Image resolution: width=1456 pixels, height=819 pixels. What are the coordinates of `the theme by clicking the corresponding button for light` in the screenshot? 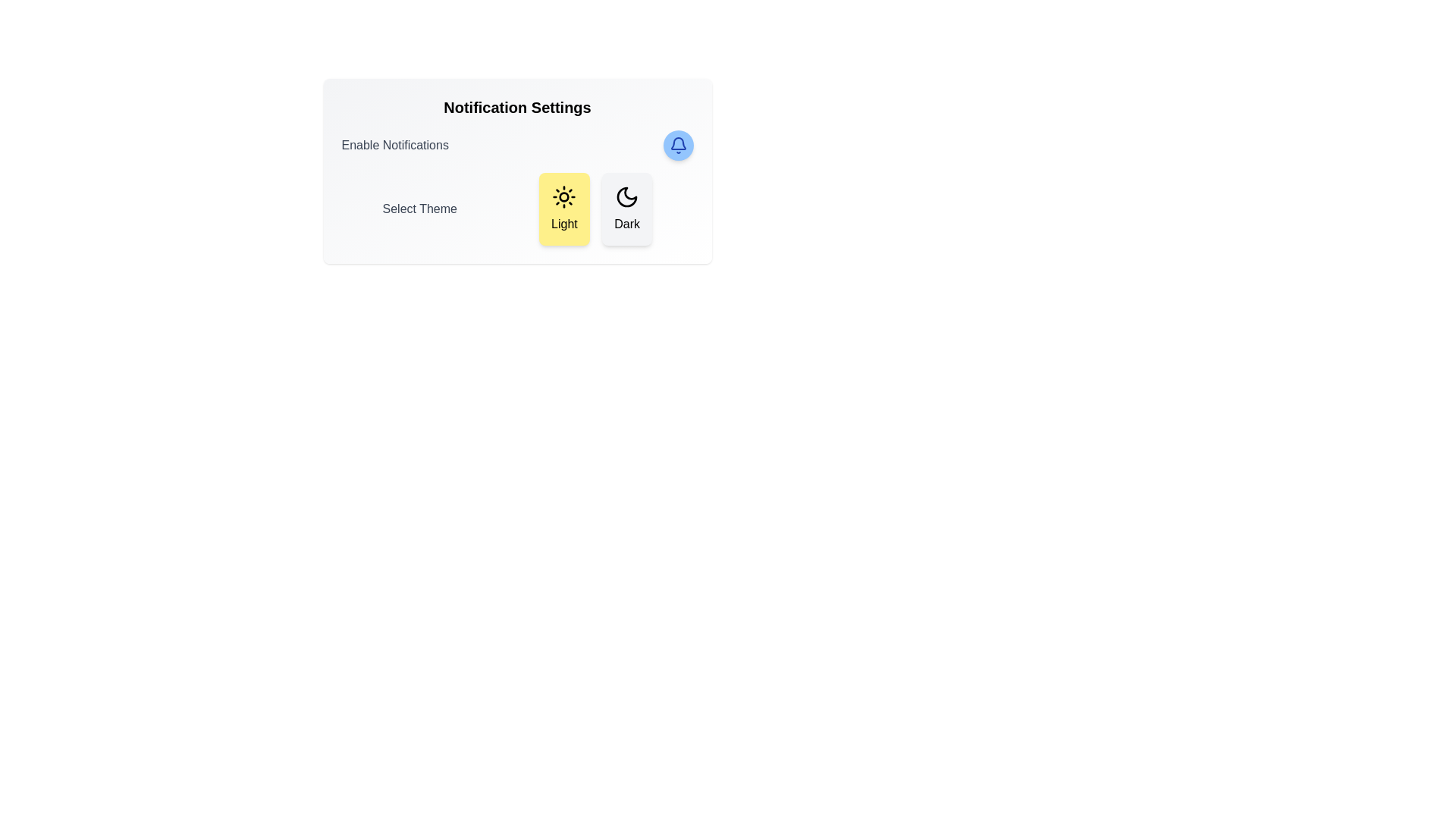 It's located at (563, 209).